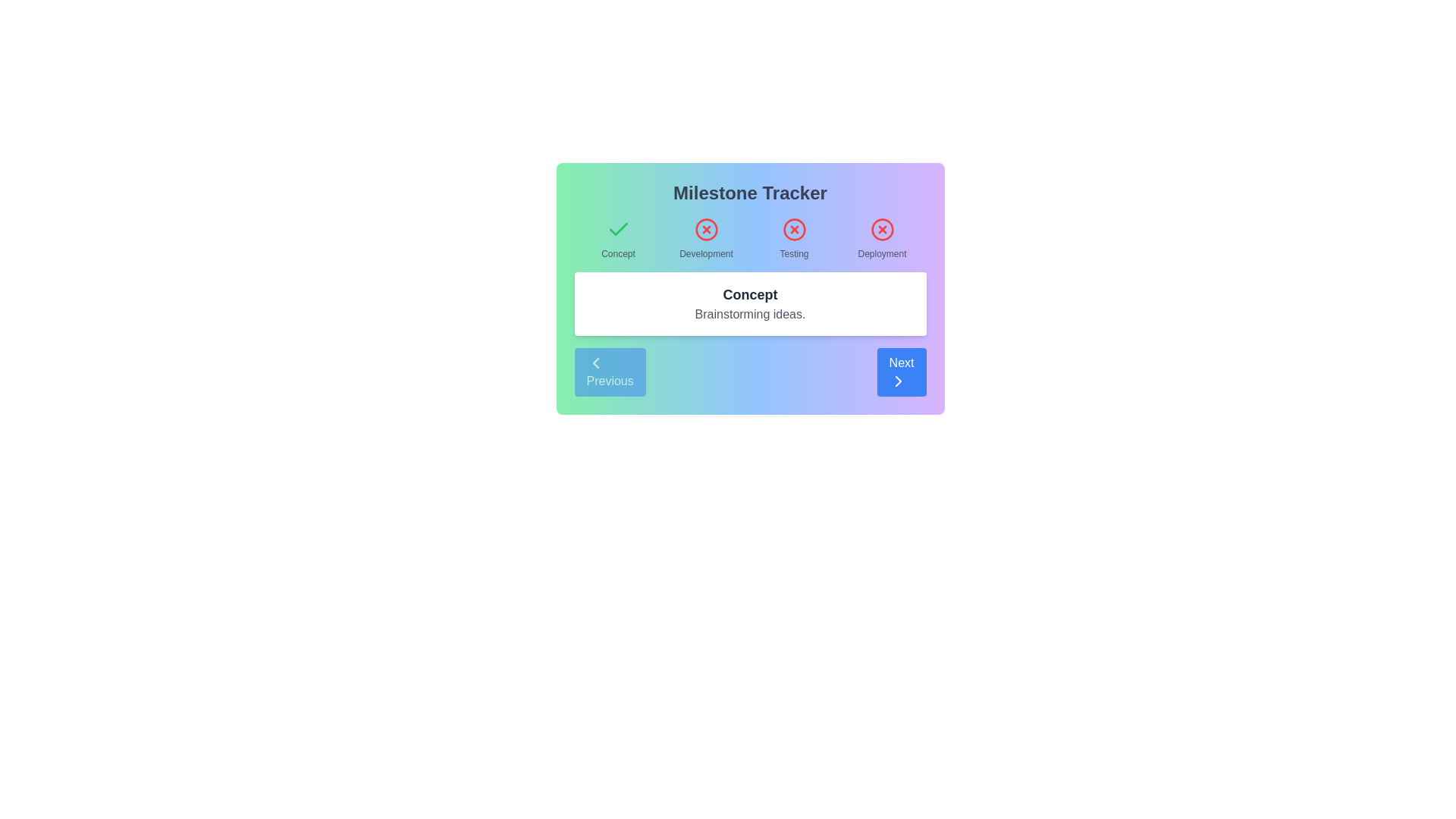 This screenshot has width=1456, height=819. What do you see at coordinates (595, 362) in the screenshot?
I see `the left-facing chevron icon, which is located inside the 'Previous' button on the left side of the interface, to interact with the button` at bounding box center [595, 362].